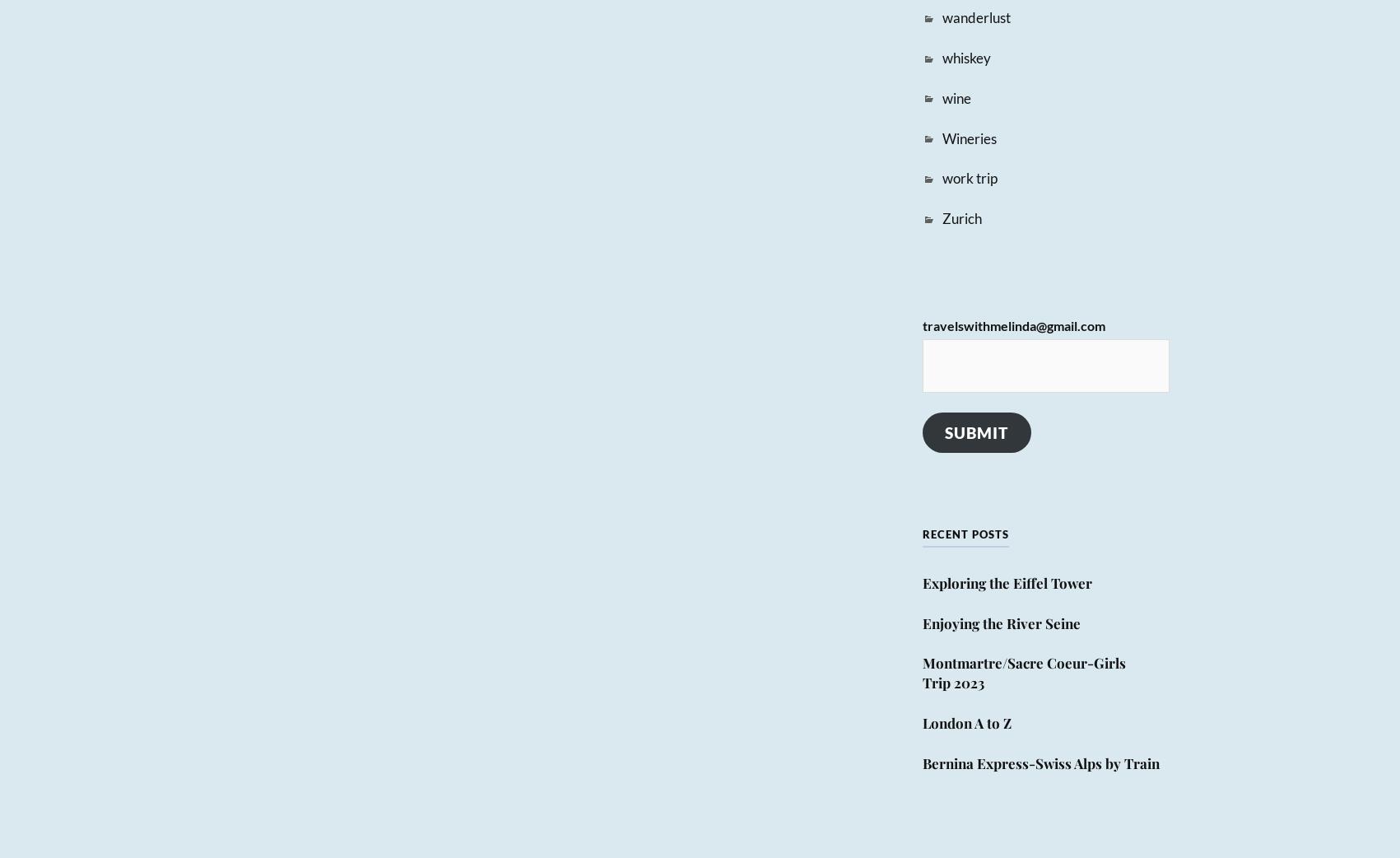 The height and width of the screenshot is (858, 1400). What do you see at coordinates (1013, 324) in the screenshot?
I see `'travelswithmelinda@gmail.com'` at bounding box center [1013, 324].